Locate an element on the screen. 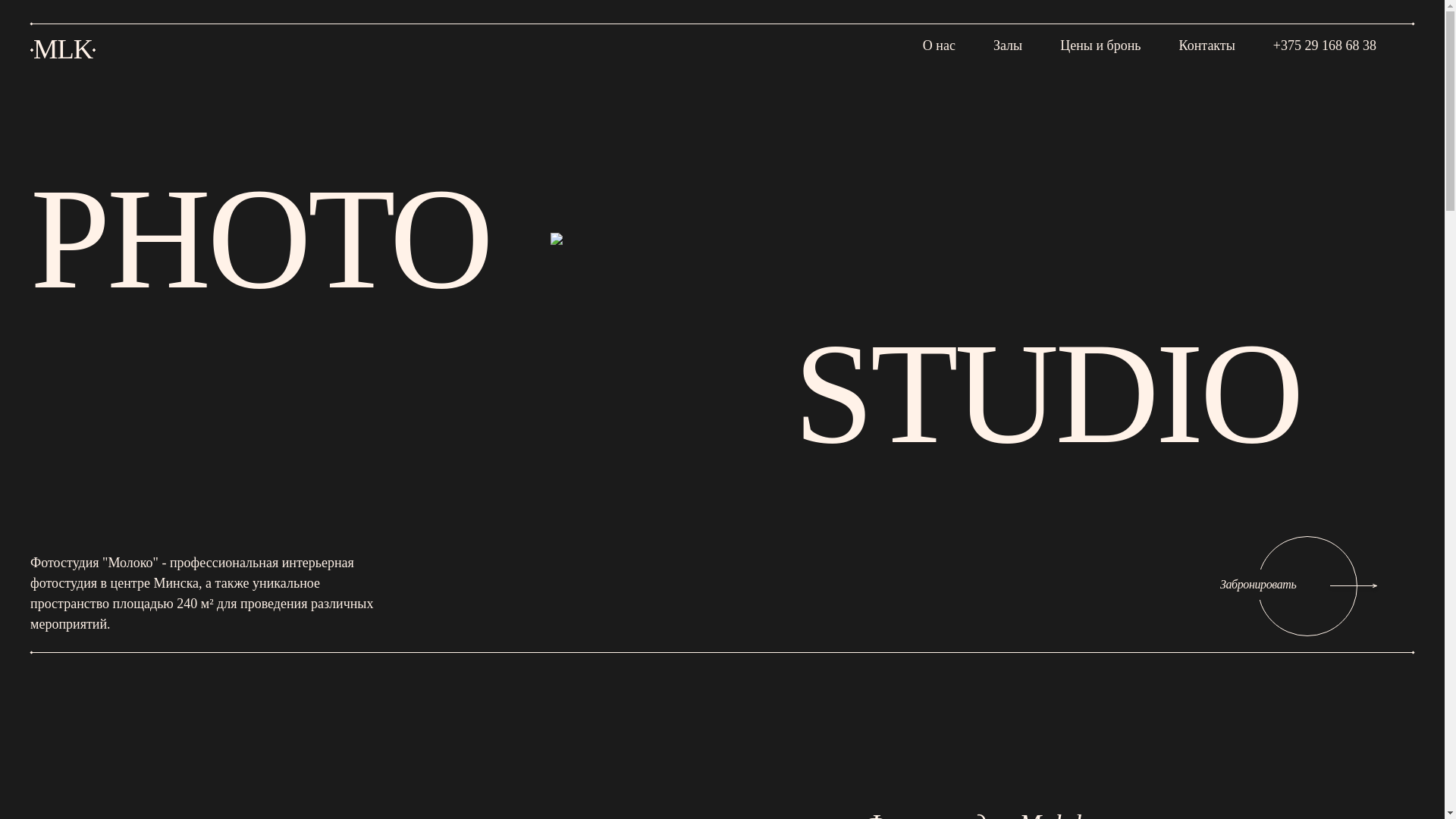  '+375 29 168 68 38' is located at coordinates (1324, 42).